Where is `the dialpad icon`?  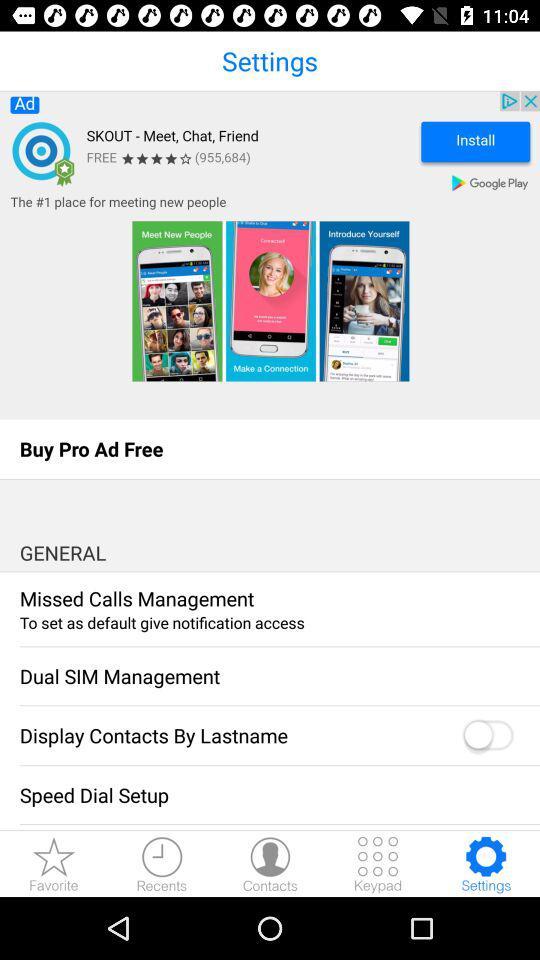
the dialpad icon is located at coordinates (378, 863).